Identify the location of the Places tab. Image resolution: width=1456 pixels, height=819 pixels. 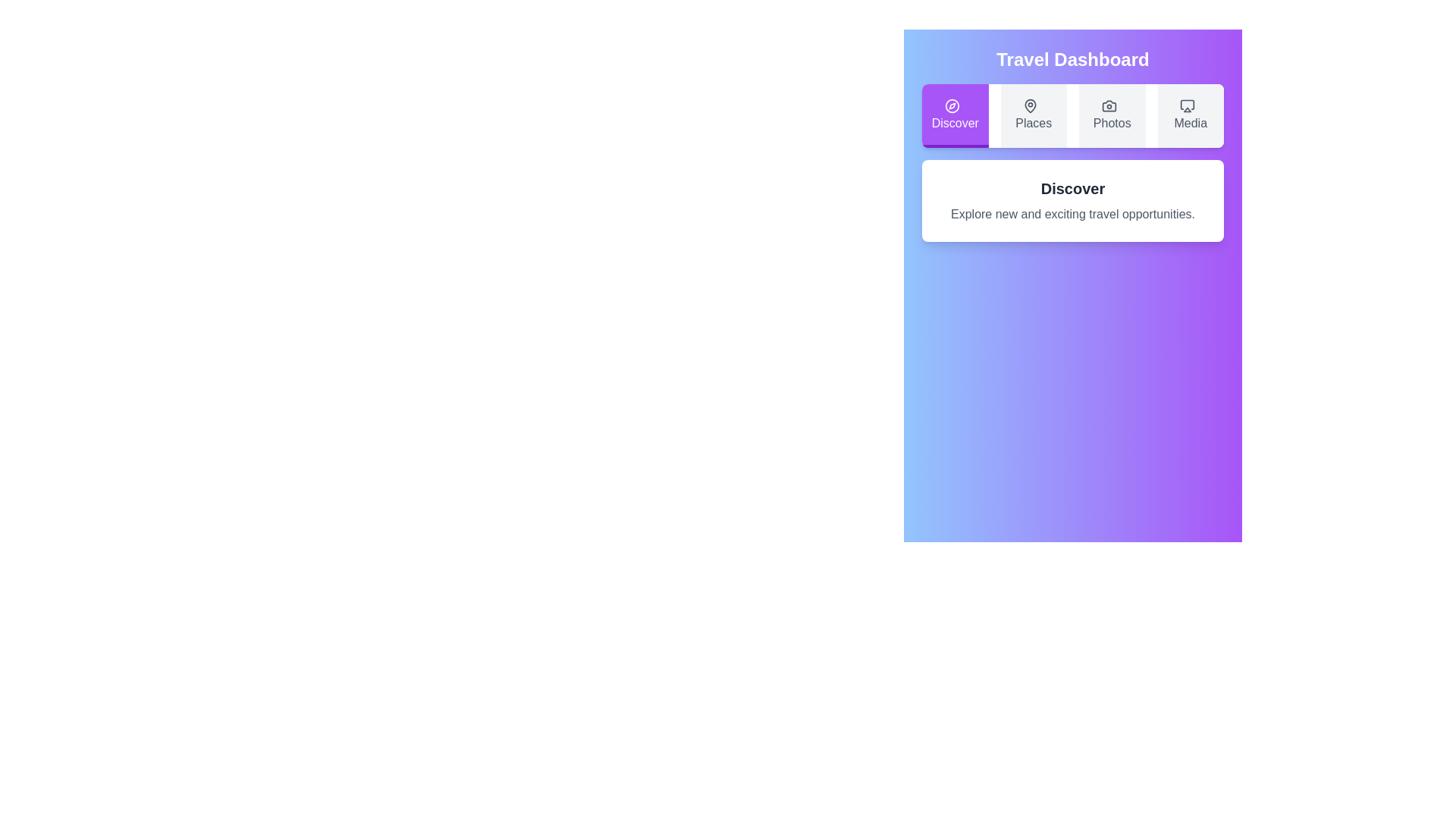
(1033, 115).